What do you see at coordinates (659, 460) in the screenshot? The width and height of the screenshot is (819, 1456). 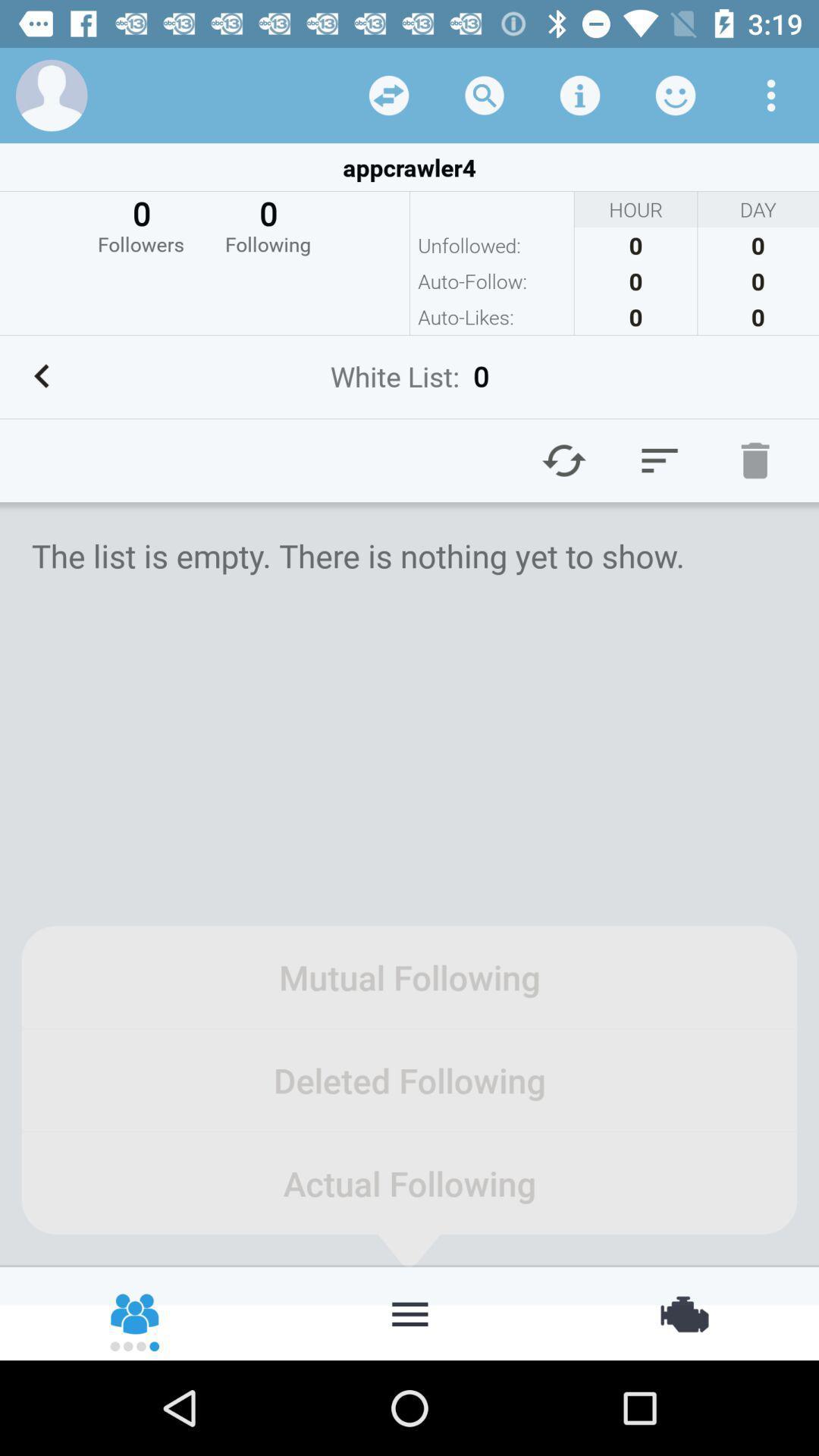 I see `the filter_list icon` at bounding box center [659, 460].